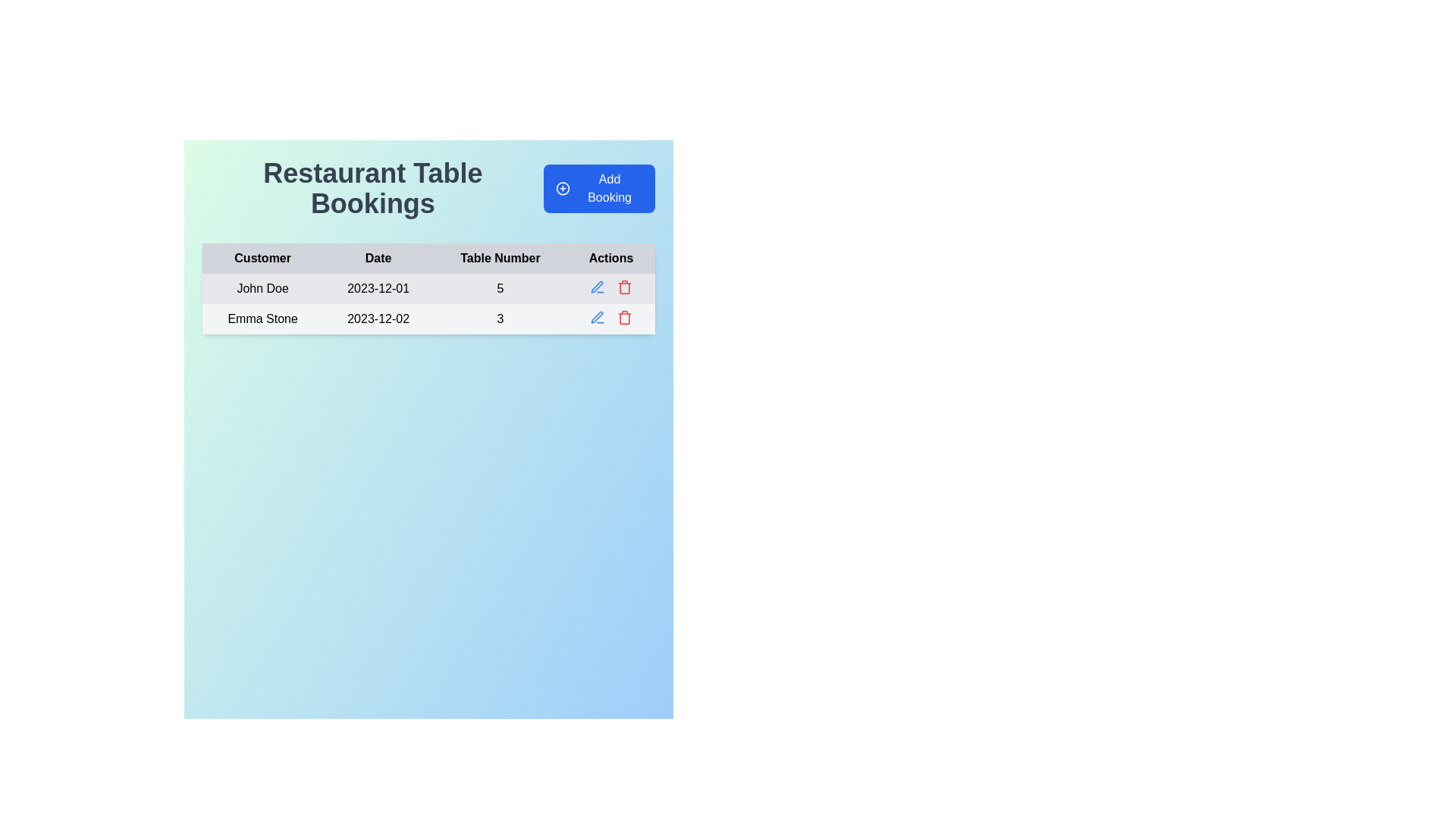 Image resolution: width=1456 pixels, height=819 pixels. I want to click on the text label displaying 'John Doe' in the 'Customer' column of the table, located in the first row, so click(262, 289).